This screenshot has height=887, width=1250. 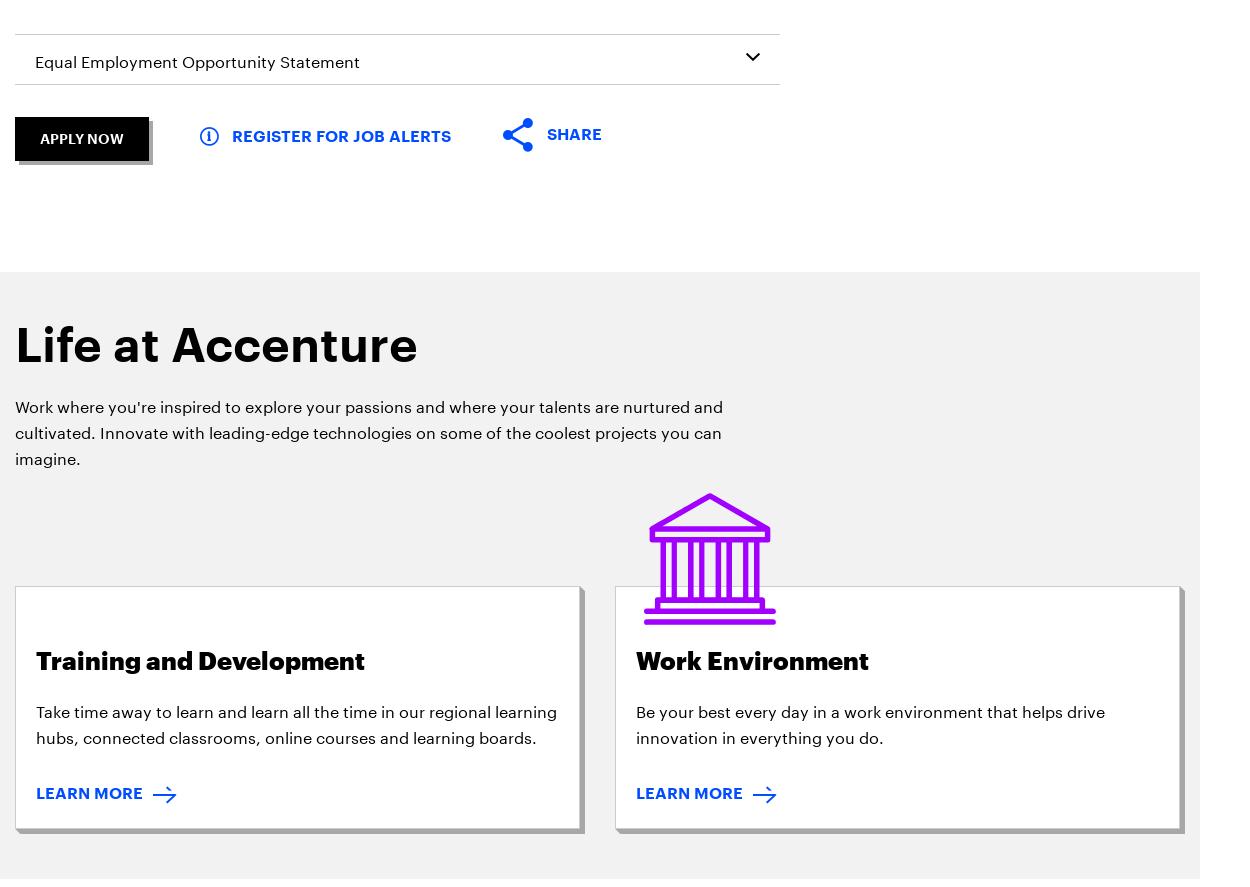 What do you see at coordinates (387, 382) in the screenshot?
I see `'Cookie Policy'` at bounding box center [387, 382].